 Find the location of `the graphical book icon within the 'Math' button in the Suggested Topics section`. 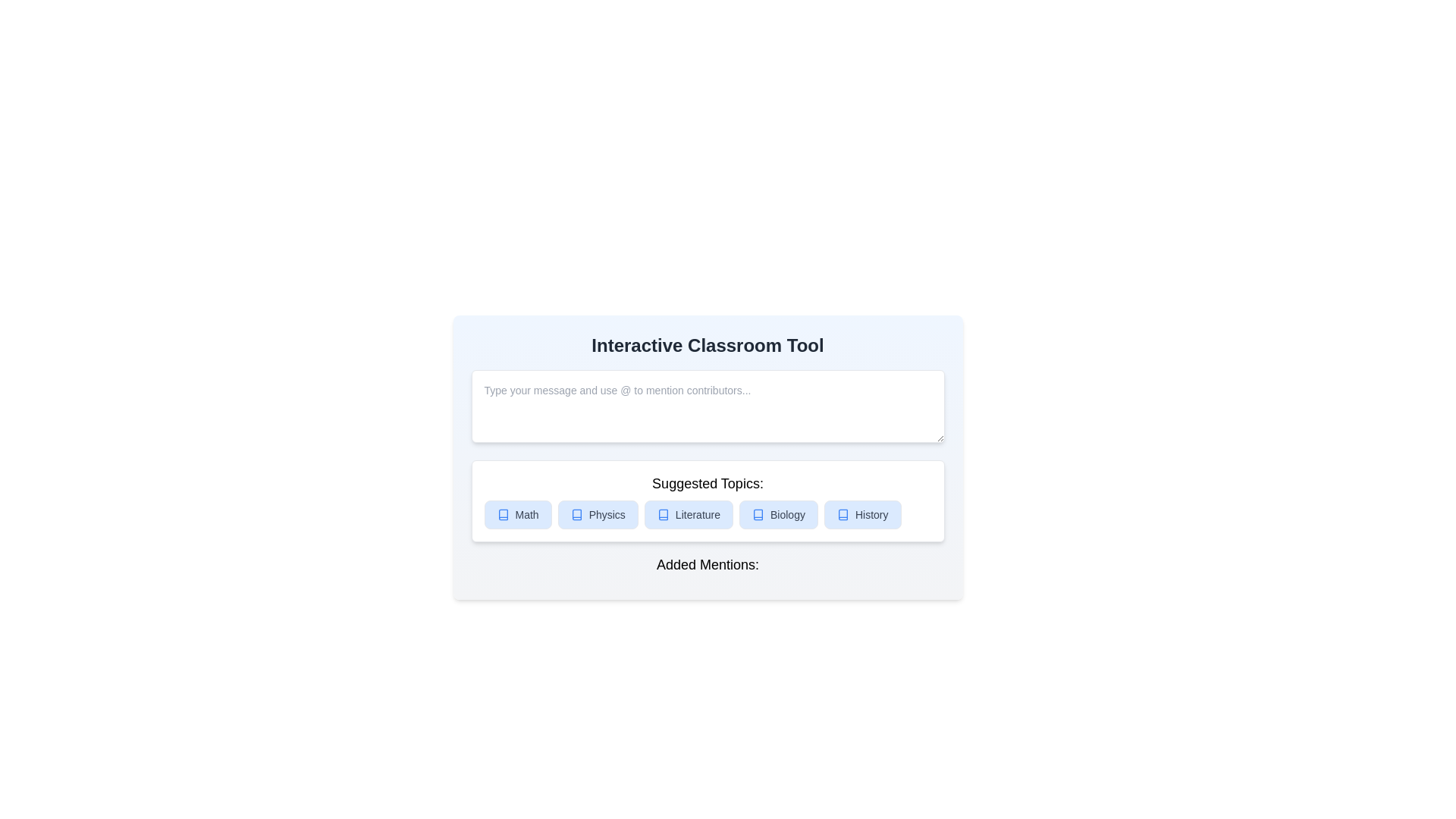

the graphical book icon within the 'Math' button in the Suggested Topics section is located at coordinates (503, 513).